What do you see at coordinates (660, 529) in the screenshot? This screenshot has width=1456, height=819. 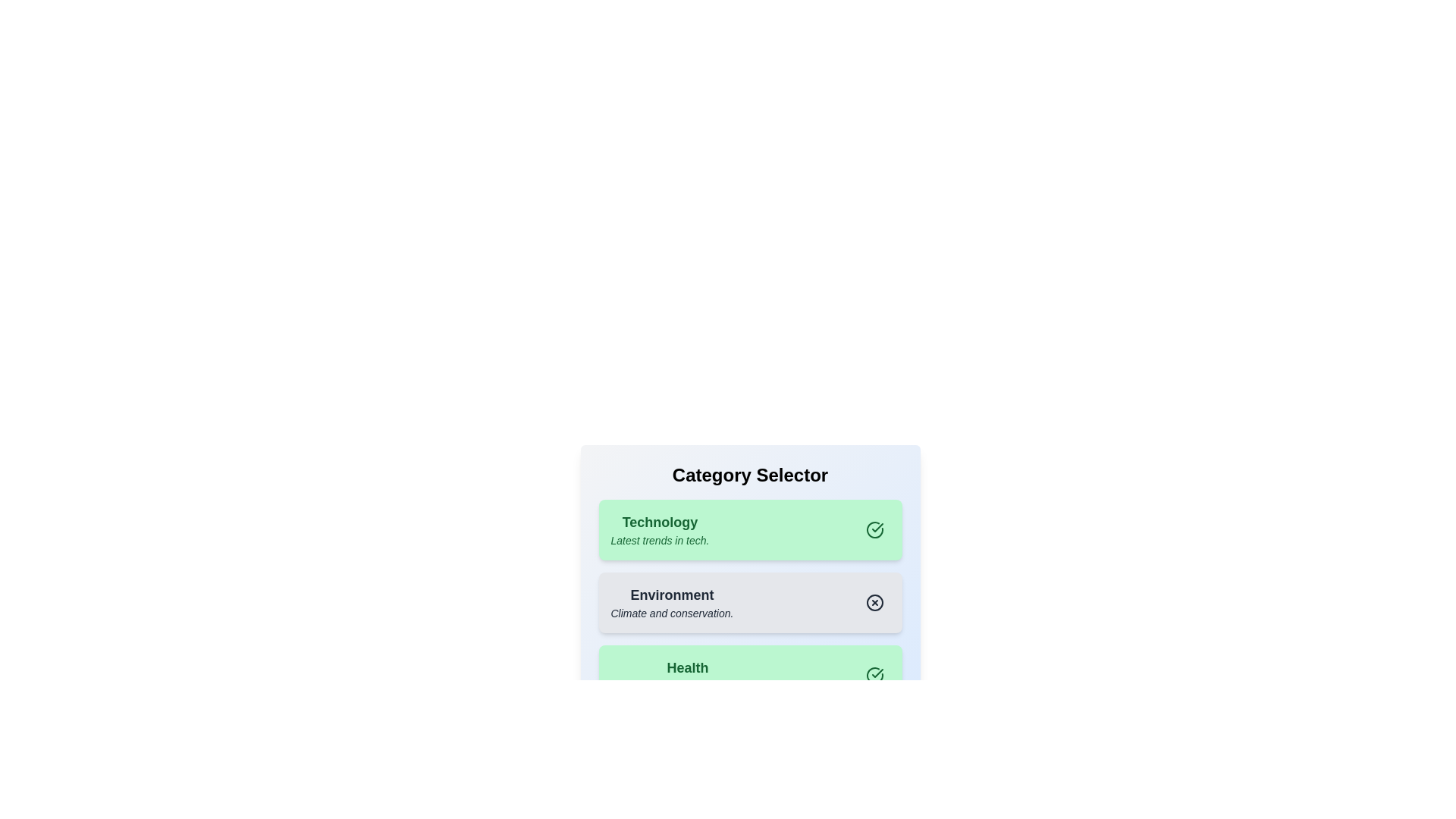 I see `the category Technology to observe visual feedback` at bounding box center [660, 529].